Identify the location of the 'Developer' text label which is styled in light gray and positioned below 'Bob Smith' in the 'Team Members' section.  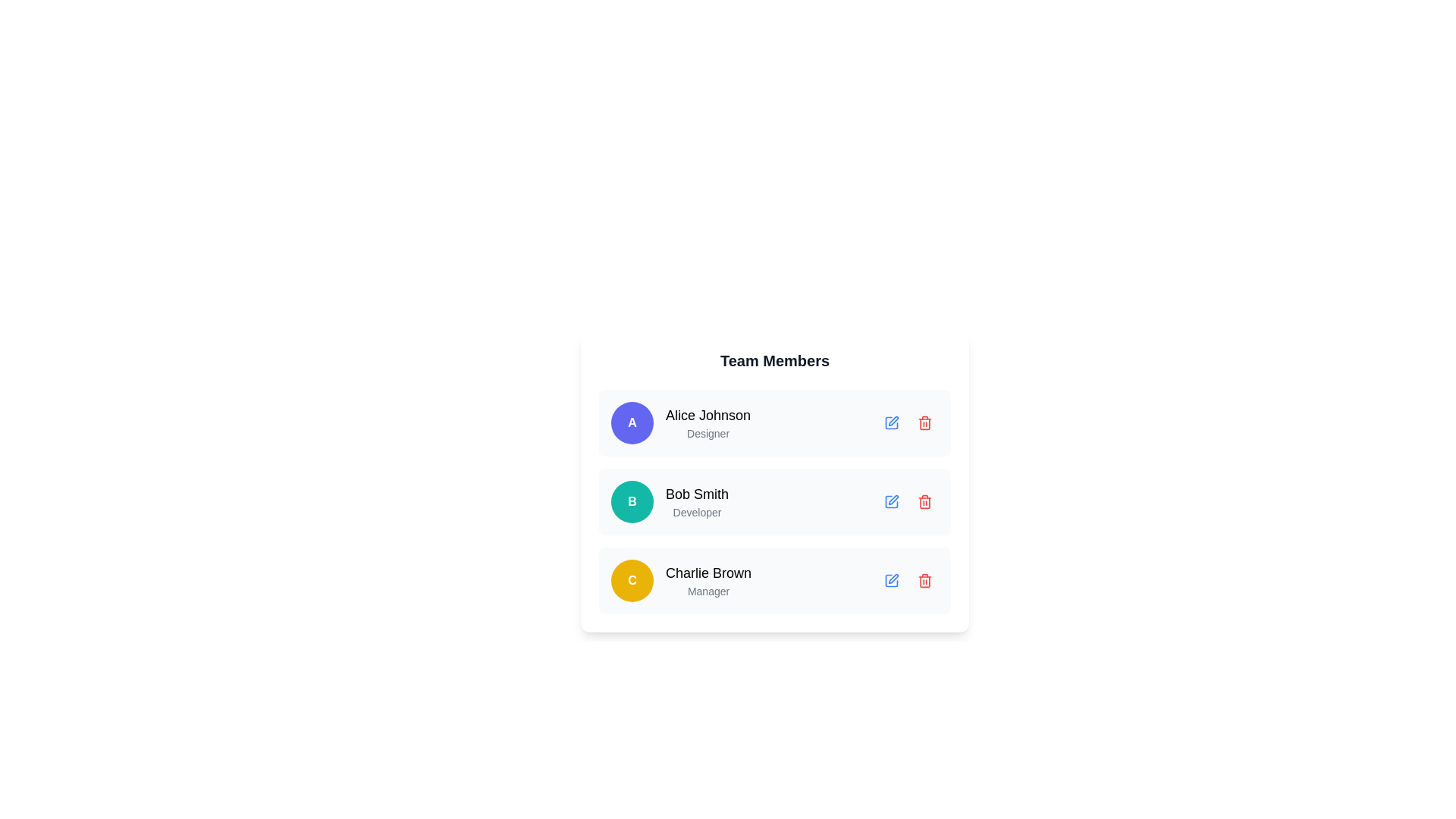
(696, 512).